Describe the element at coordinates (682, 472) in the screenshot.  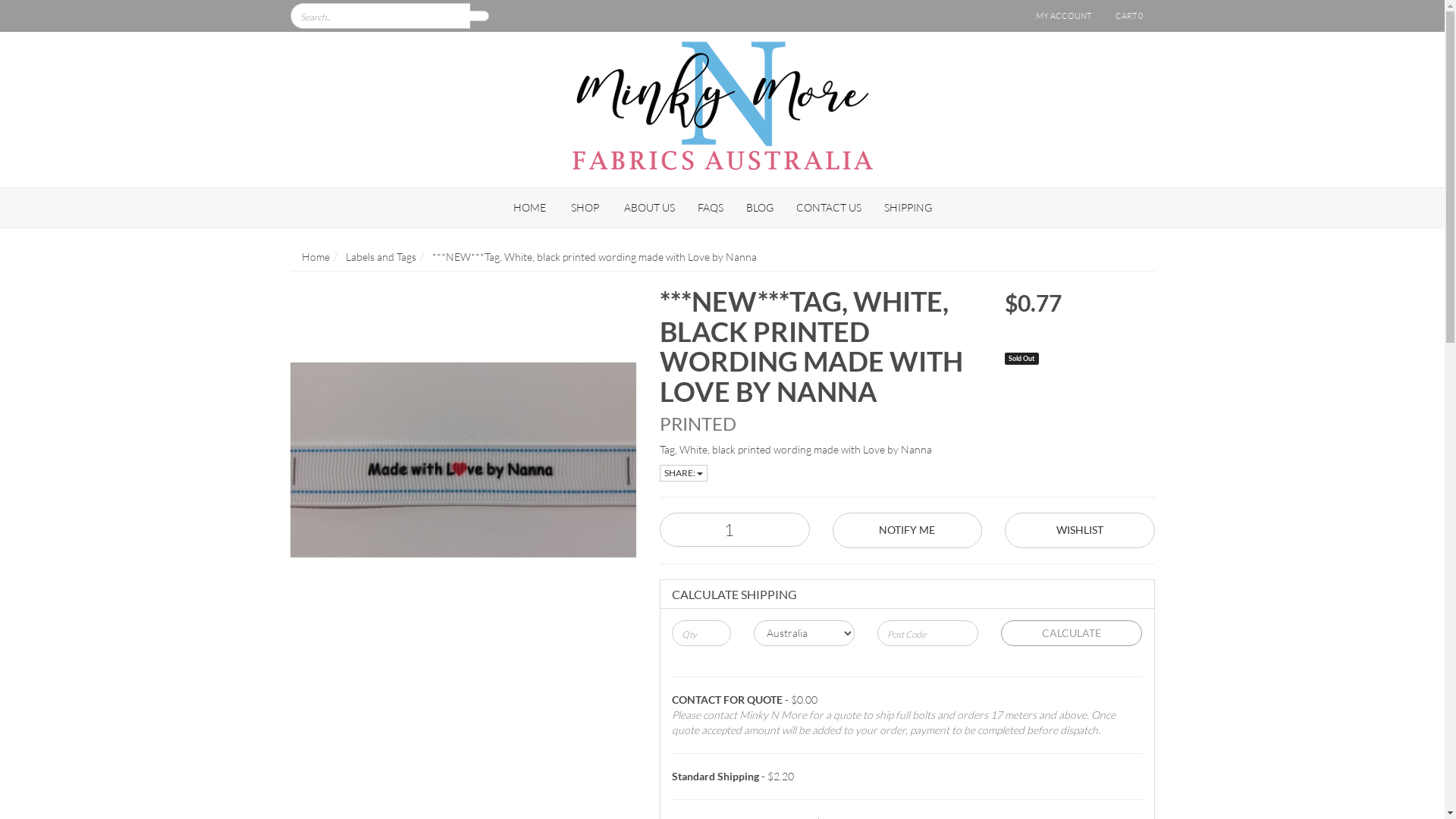
I see `'SHARE:'` at that location.